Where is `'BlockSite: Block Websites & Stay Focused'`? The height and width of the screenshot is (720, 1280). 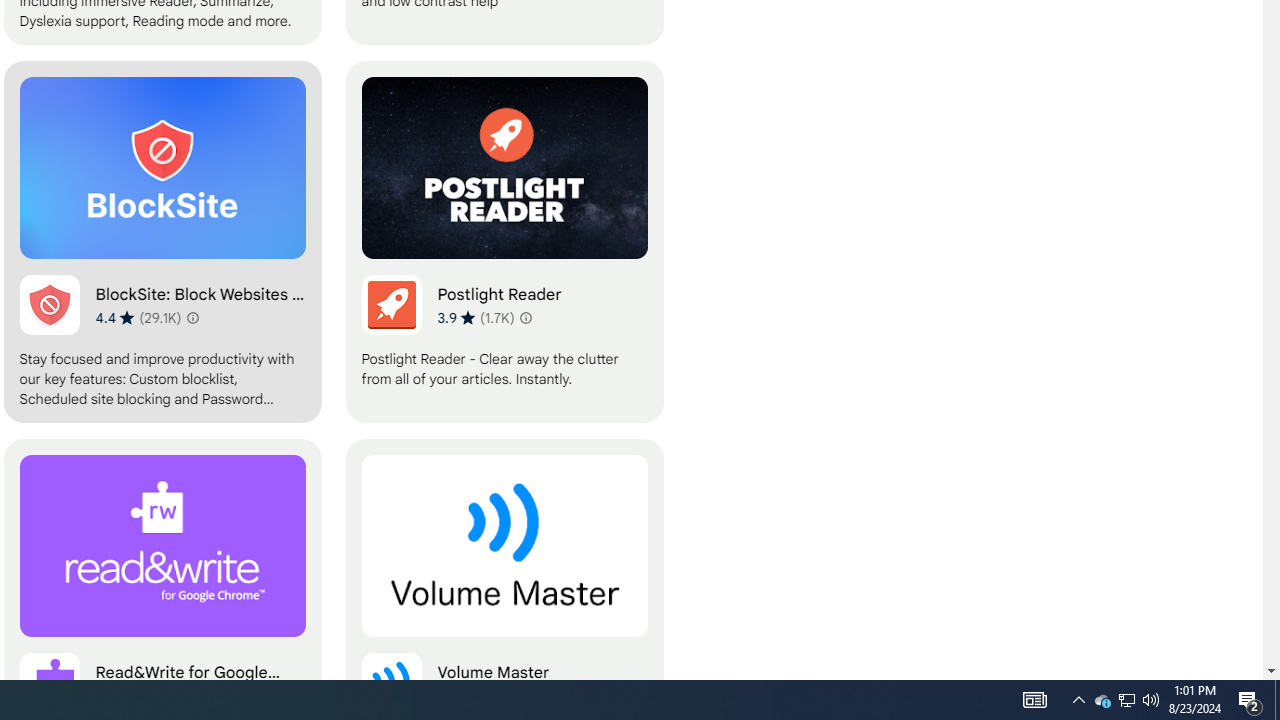
'BlockSite: Block Websites & Stay Focused' is located at coordinates (162, 241).